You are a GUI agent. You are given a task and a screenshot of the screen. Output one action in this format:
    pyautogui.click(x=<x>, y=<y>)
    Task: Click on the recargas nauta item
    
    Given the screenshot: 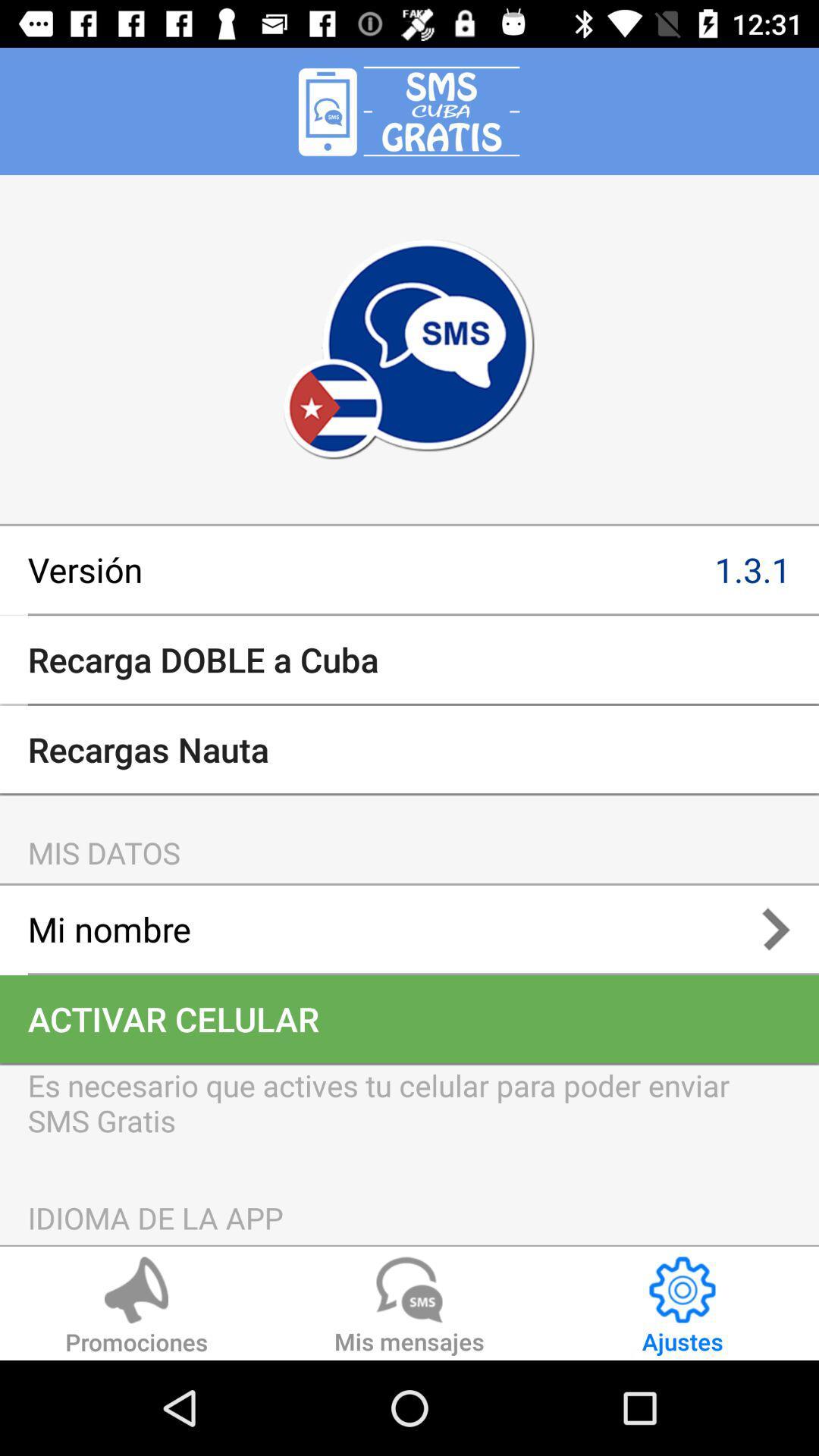 What is the action you would take?
    pyautogui.click(x=409, y=749)
    